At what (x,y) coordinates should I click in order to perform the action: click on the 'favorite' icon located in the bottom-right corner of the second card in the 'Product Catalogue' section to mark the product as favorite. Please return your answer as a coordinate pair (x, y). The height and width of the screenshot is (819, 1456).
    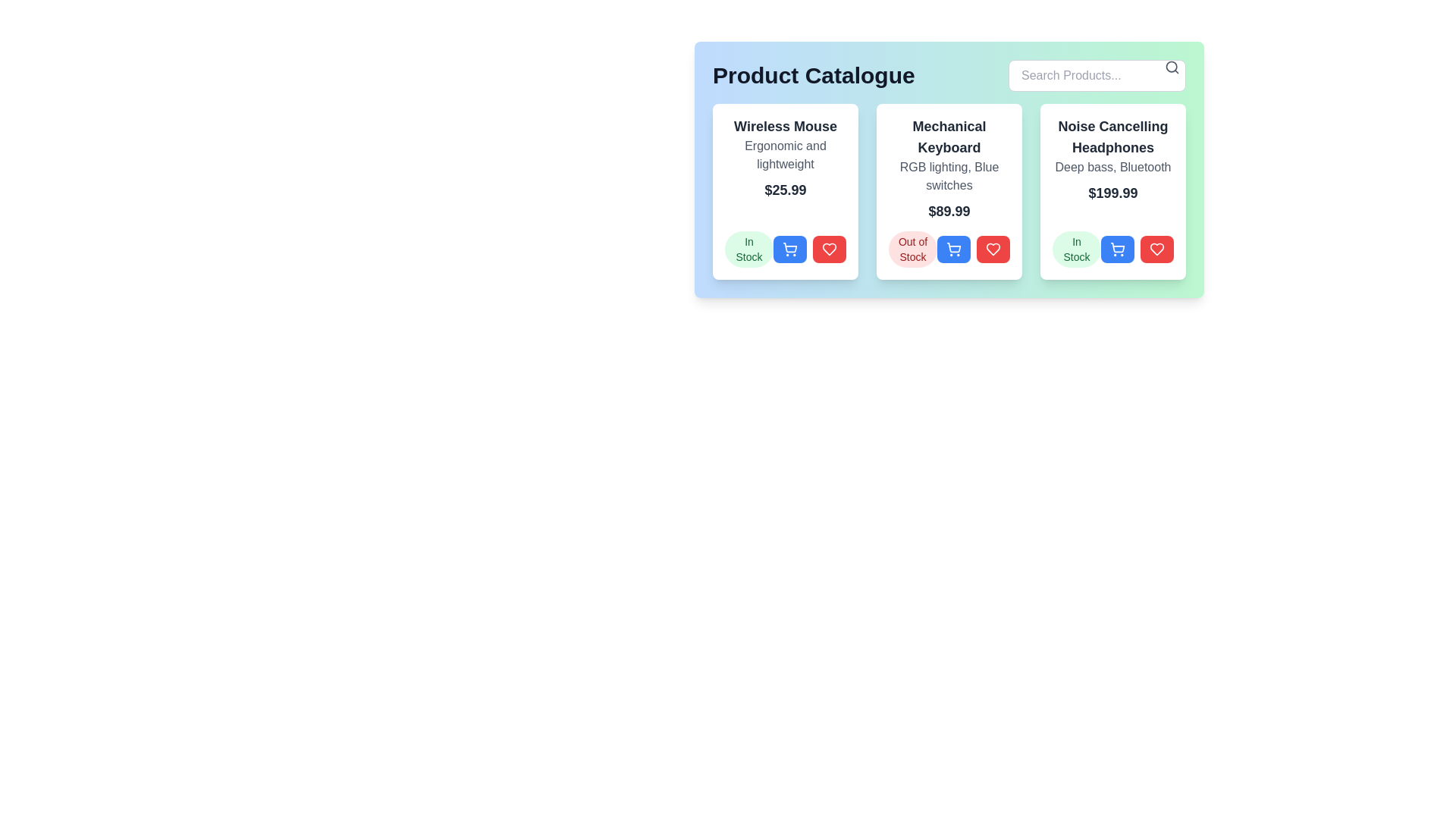
    Looking at the image, I should click on (993, 248).